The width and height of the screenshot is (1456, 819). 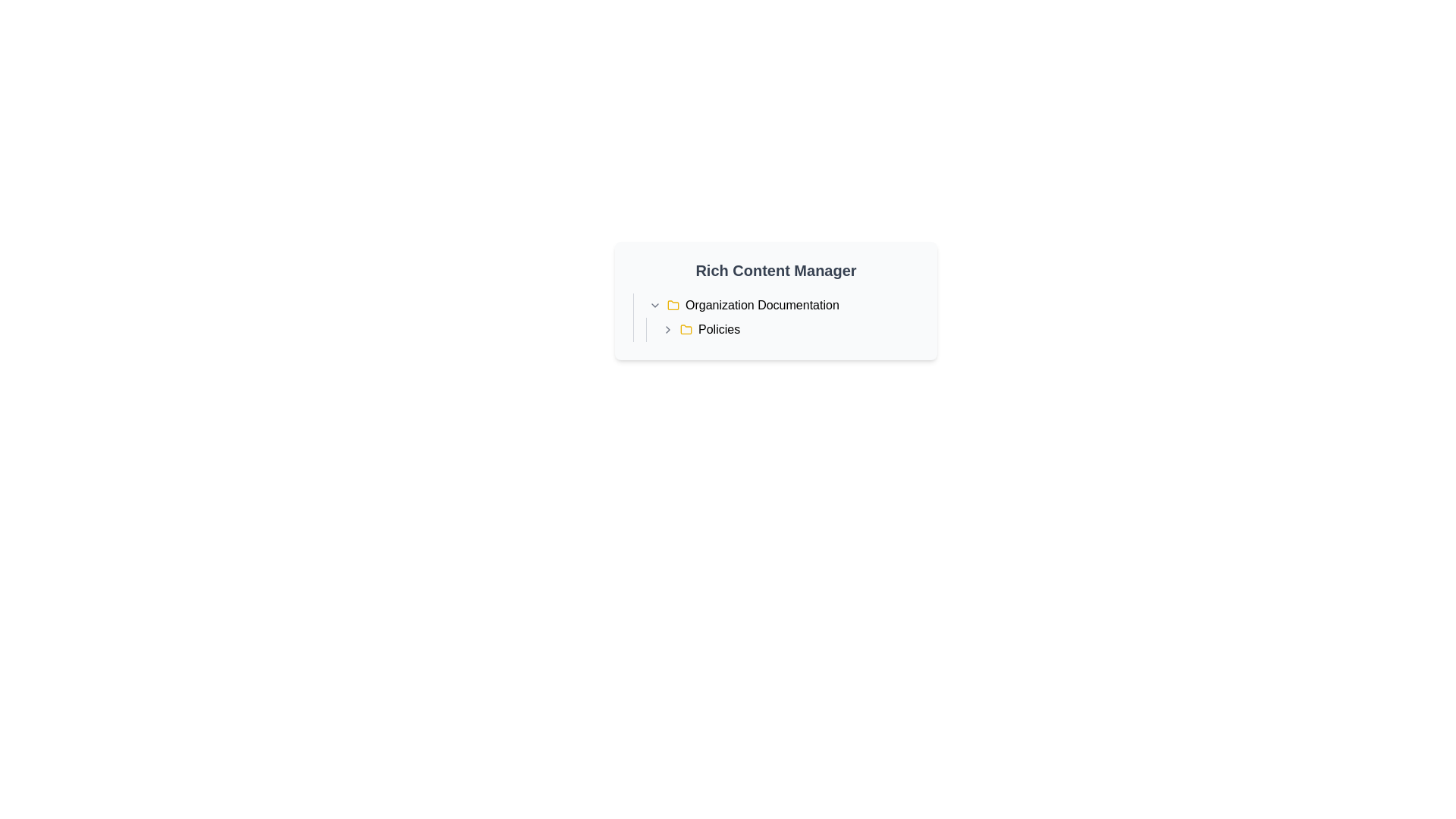 I want to click on the folder icon located to the left of the text 'Organization Documentation', so click(x=673, y=305).